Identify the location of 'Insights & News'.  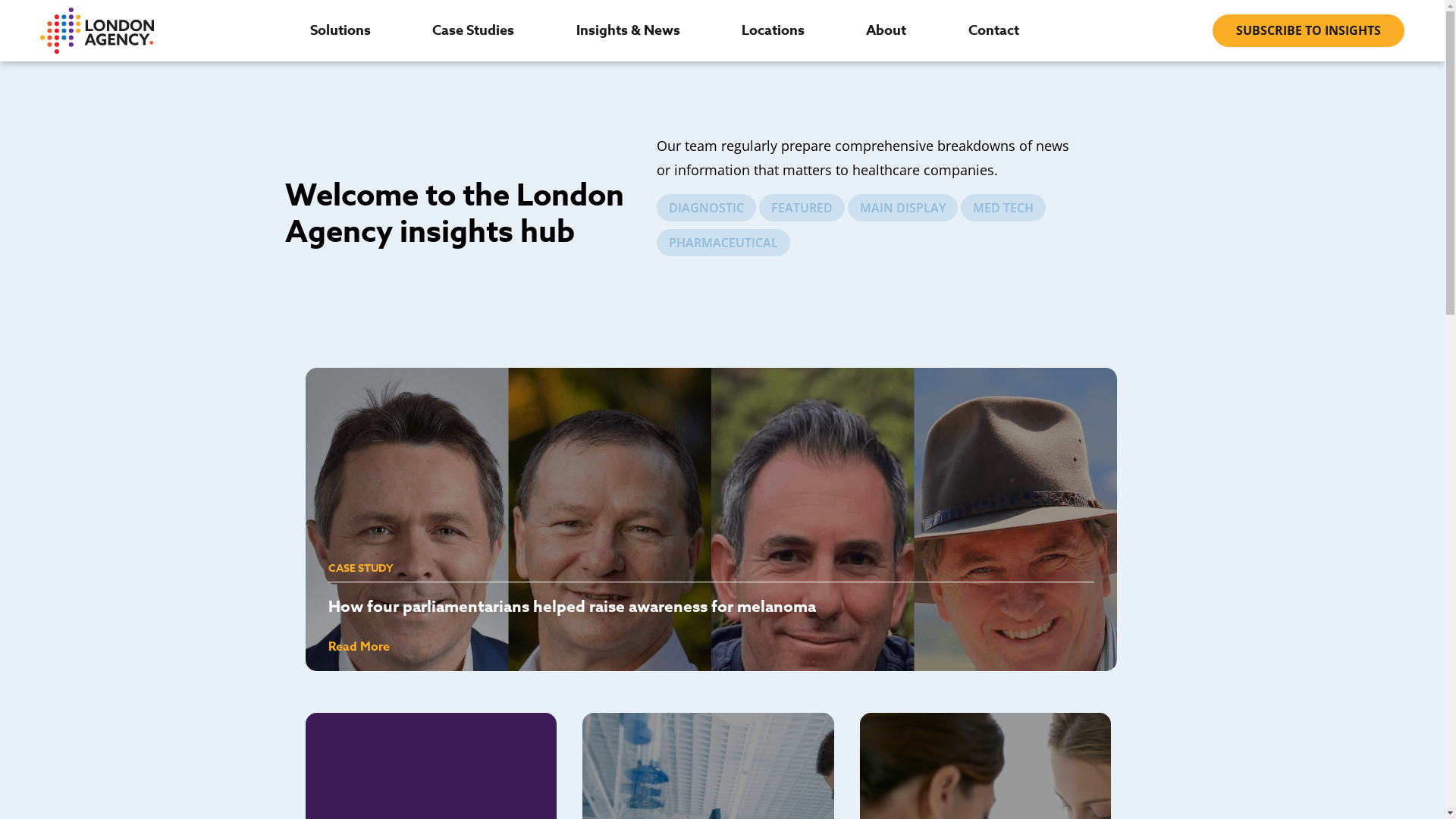
(628, 30).